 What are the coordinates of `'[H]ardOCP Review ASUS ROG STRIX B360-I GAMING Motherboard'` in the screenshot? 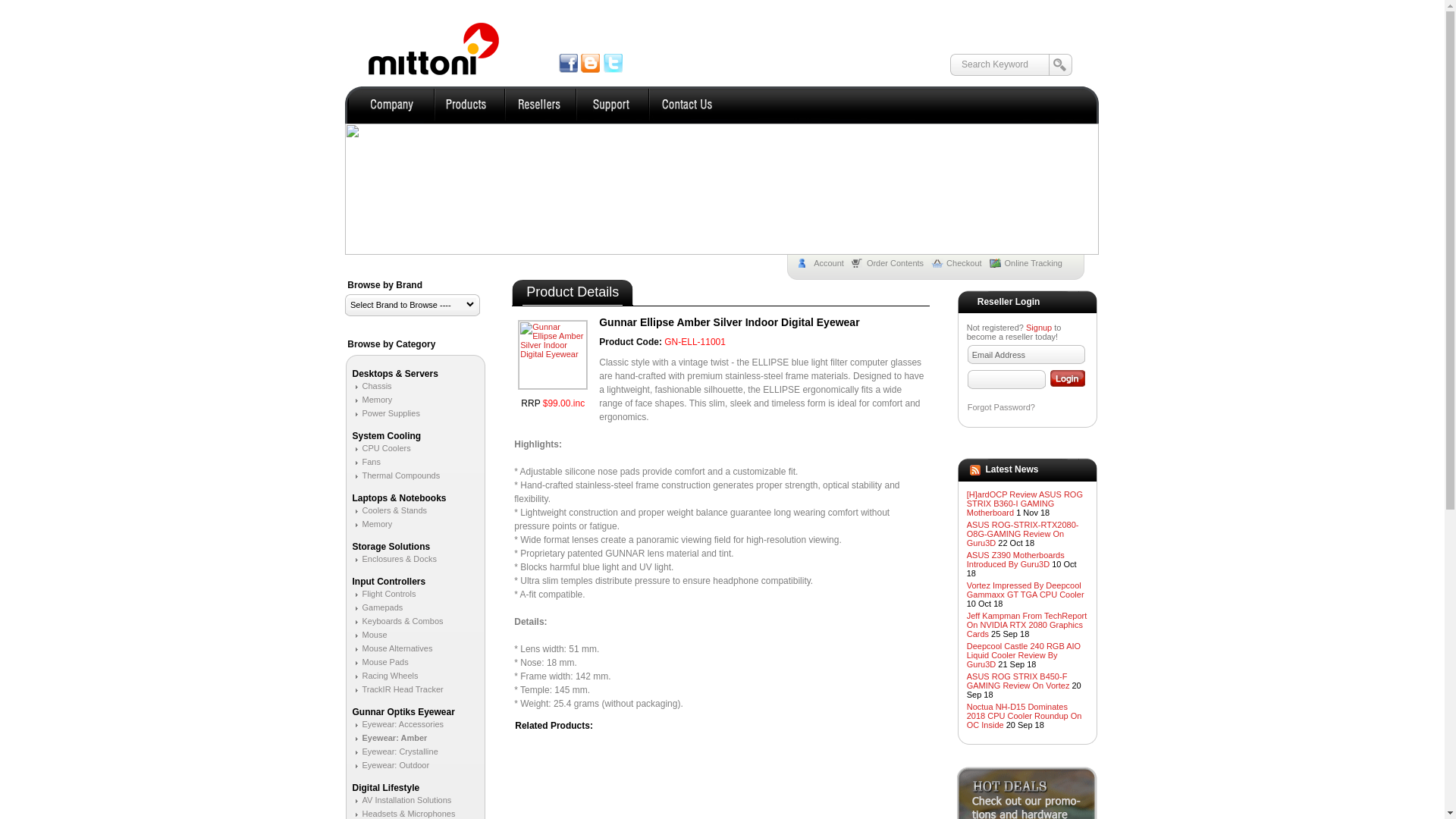 It's located at (1025, 503).